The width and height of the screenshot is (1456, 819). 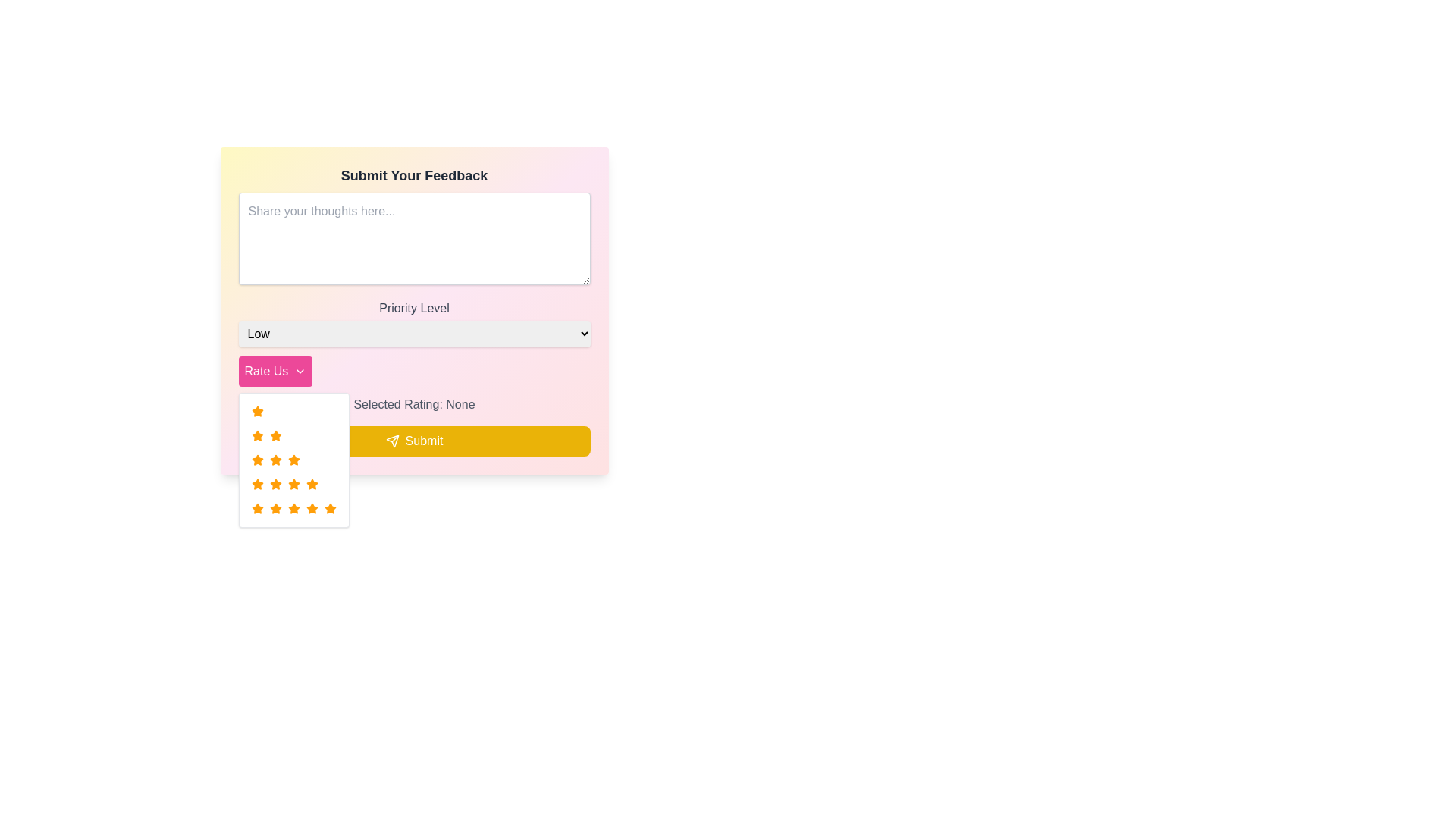 What do you see at coordinates (257, 485) in the screenshot?
I see `the star icon located` at bounding box center [257, 485].